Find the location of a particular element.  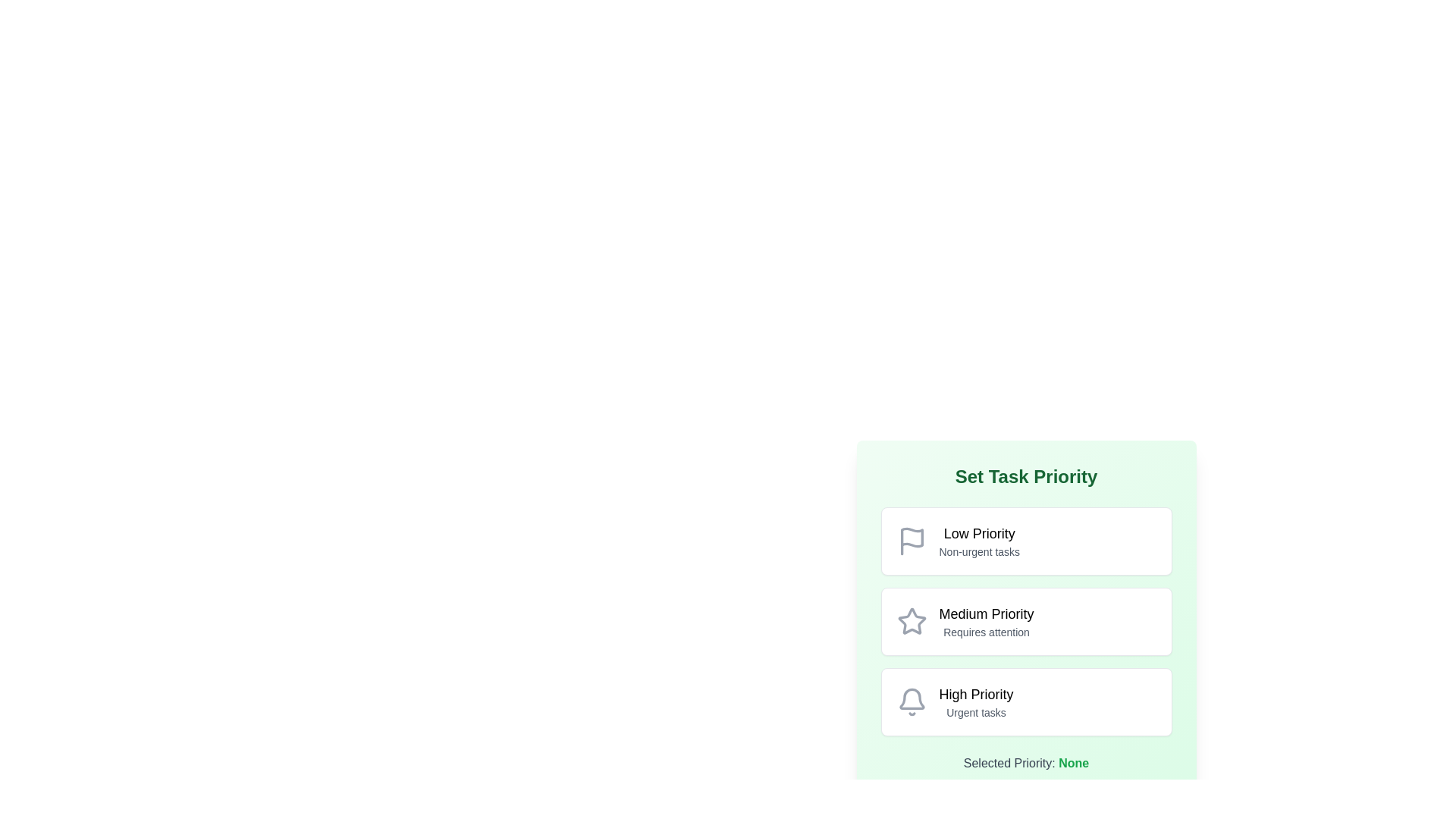

the 'Medium Priority' selectable list item, which has a white background, a large 'Medium Priority' title, and a star icon is located at coordinates (1026, 600).